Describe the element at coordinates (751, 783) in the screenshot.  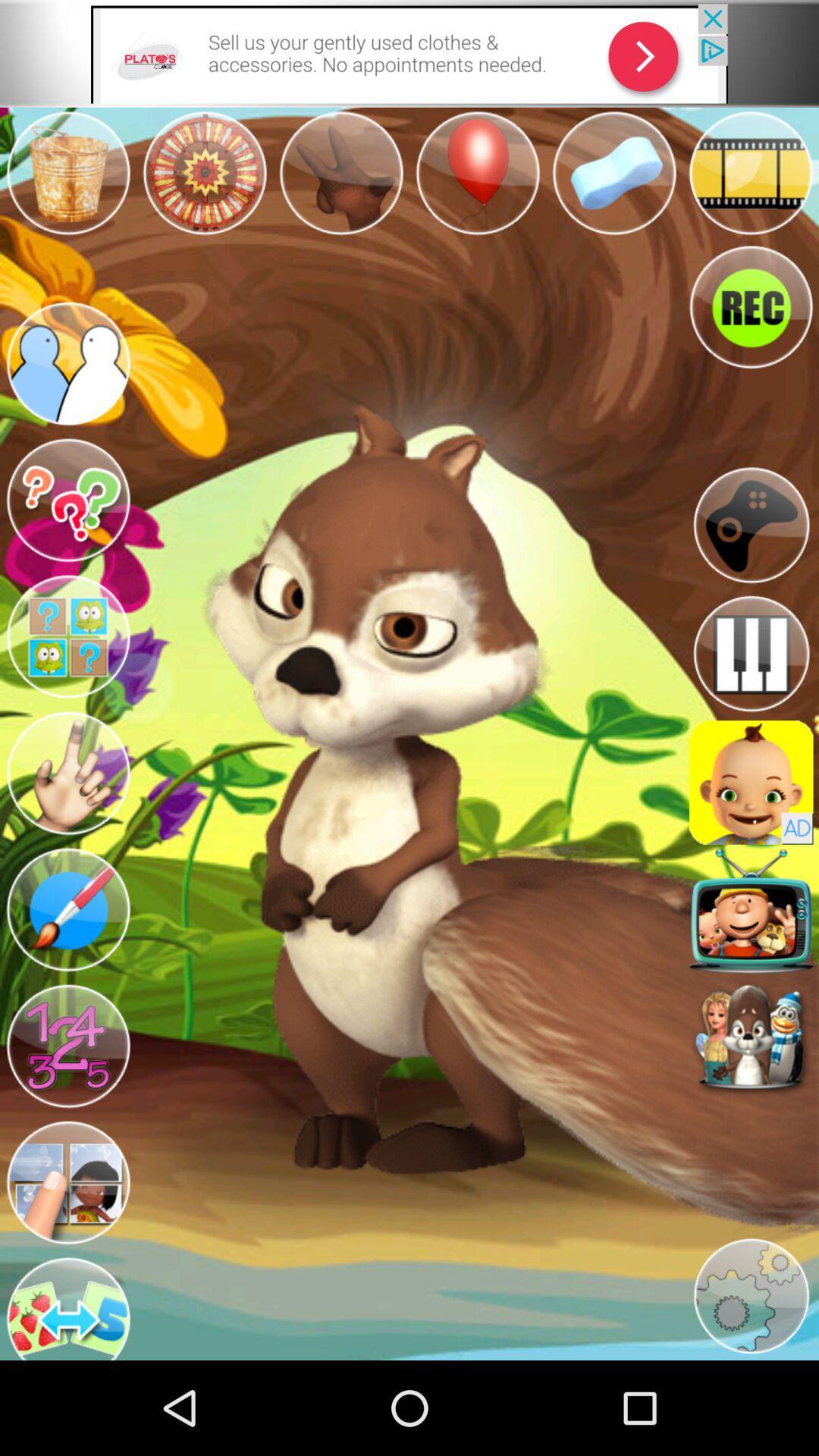
I see `application` at that location.